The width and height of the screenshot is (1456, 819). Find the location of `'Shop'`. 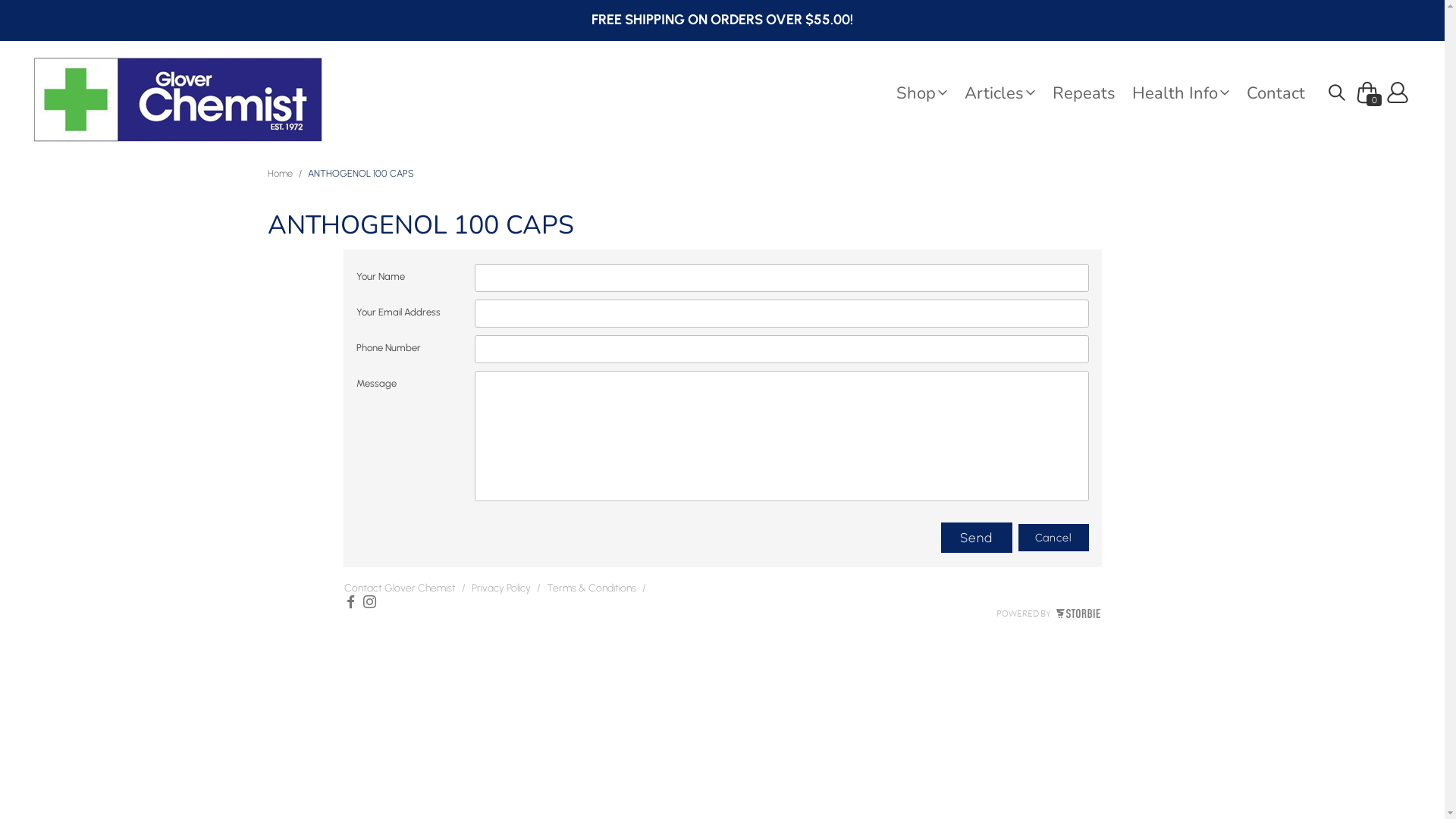

'Shop' is located at coordinates (930, 93).